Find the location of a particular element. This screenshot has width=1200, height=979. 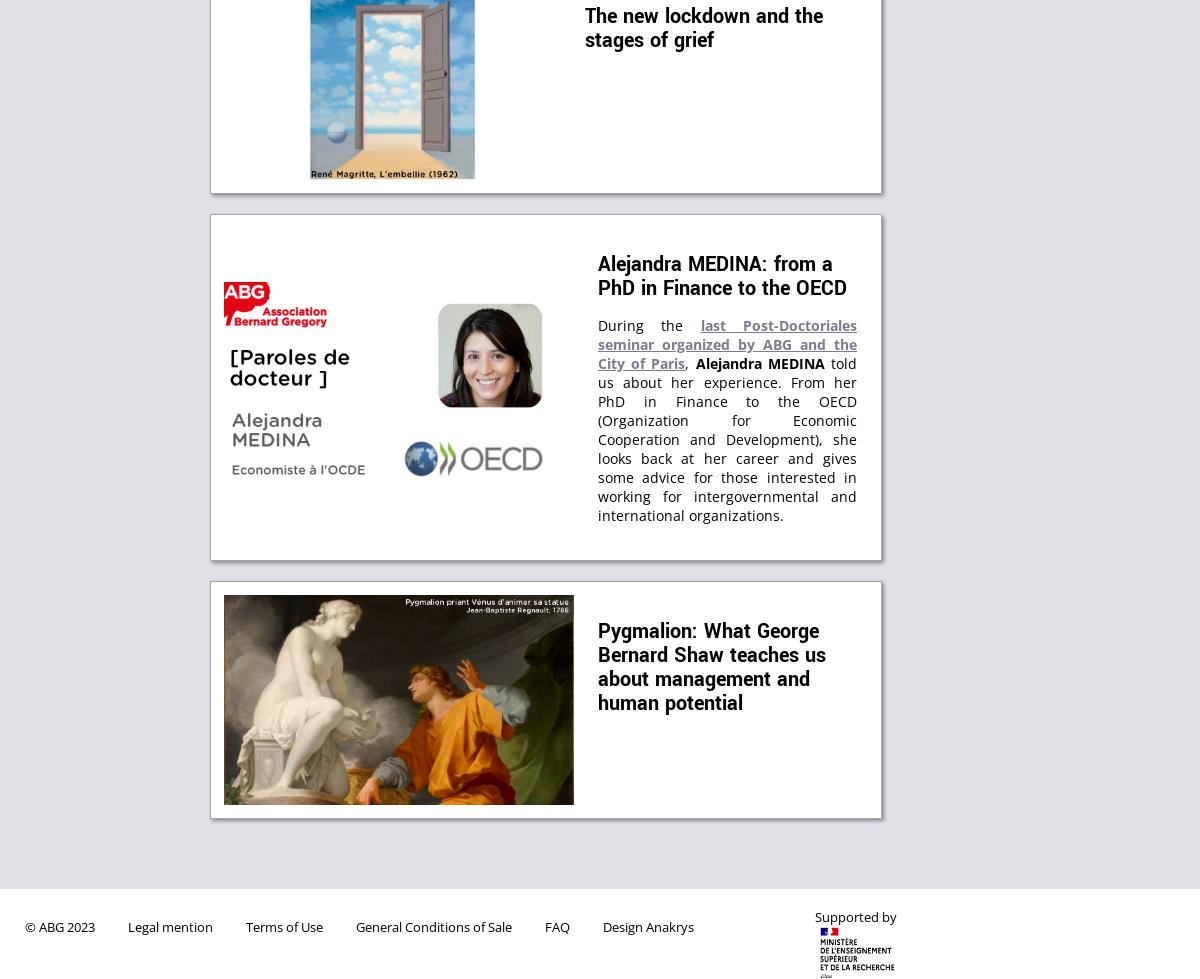

'told us about her experience. From her PhD in Finance to the OECD (Organization for Economic Cooperation and Development), she looks back at her career and gives some advice for those interested in working for intergovernmental and international organizations.' is located at coordinates (727, 439).